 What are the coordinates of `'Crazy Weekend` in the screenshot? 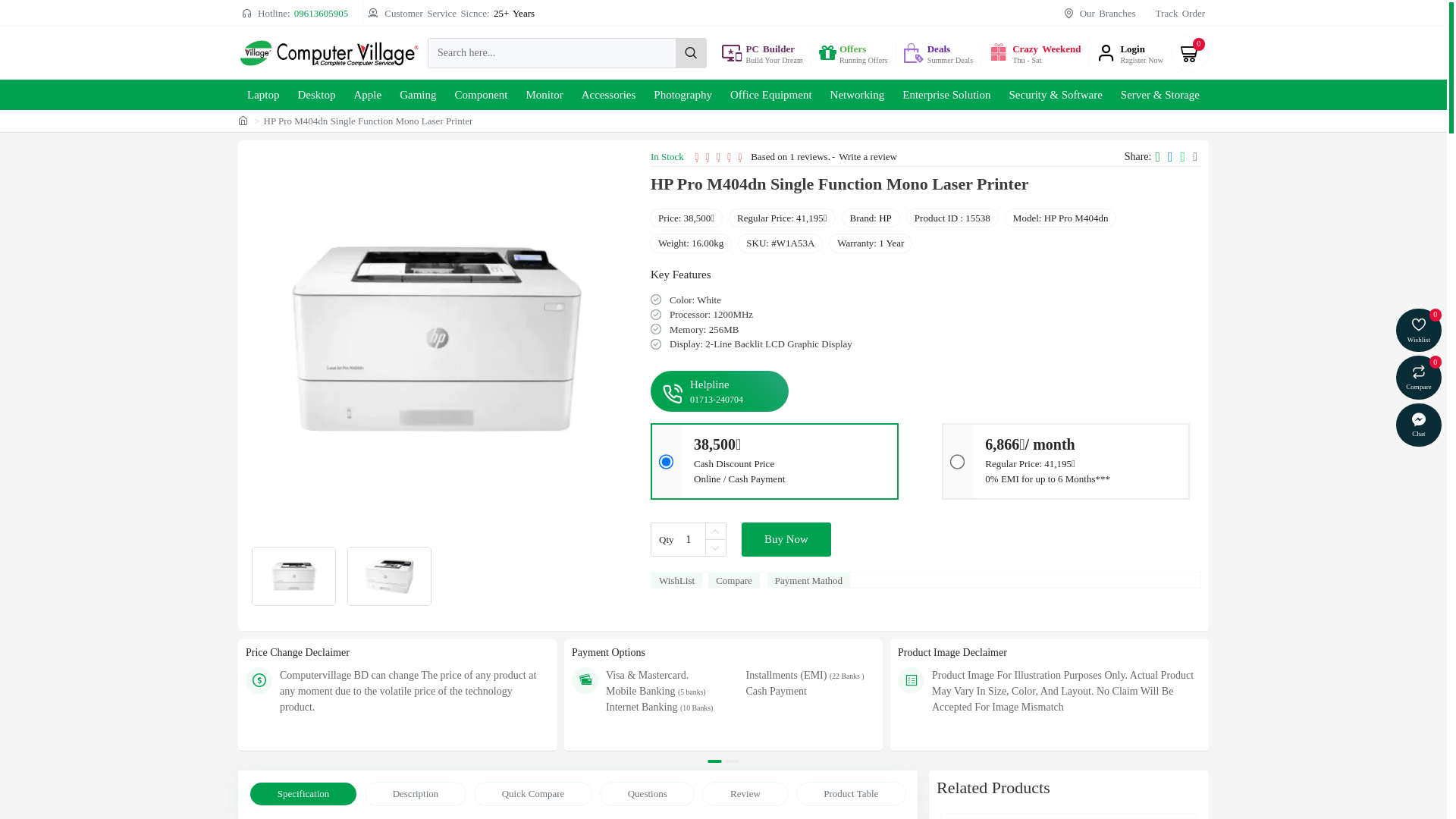 It's located at (1033, 52).